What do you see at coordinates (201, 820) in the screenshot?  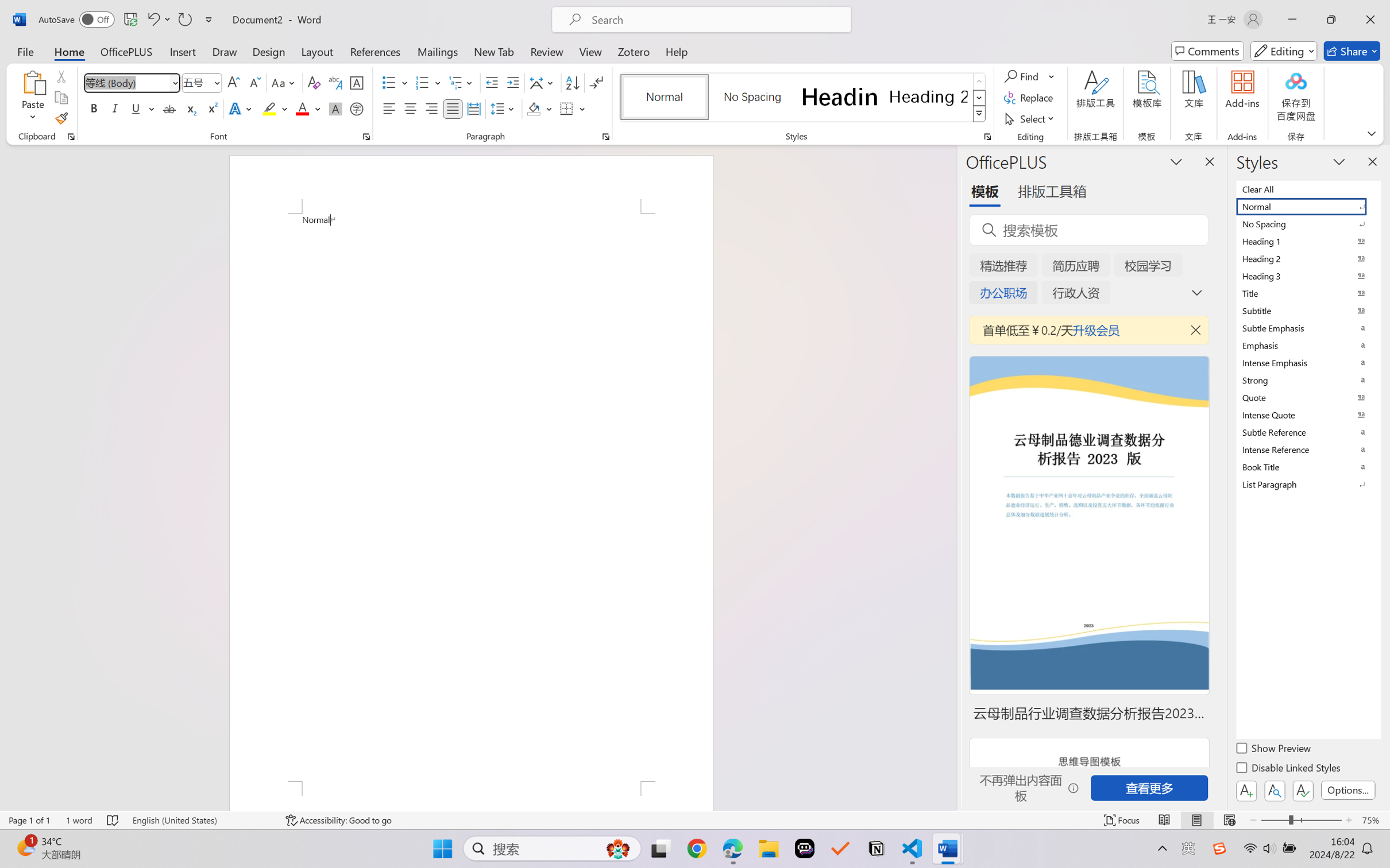 I see `'Language English (United States)'` at bounding box center [201, 820].